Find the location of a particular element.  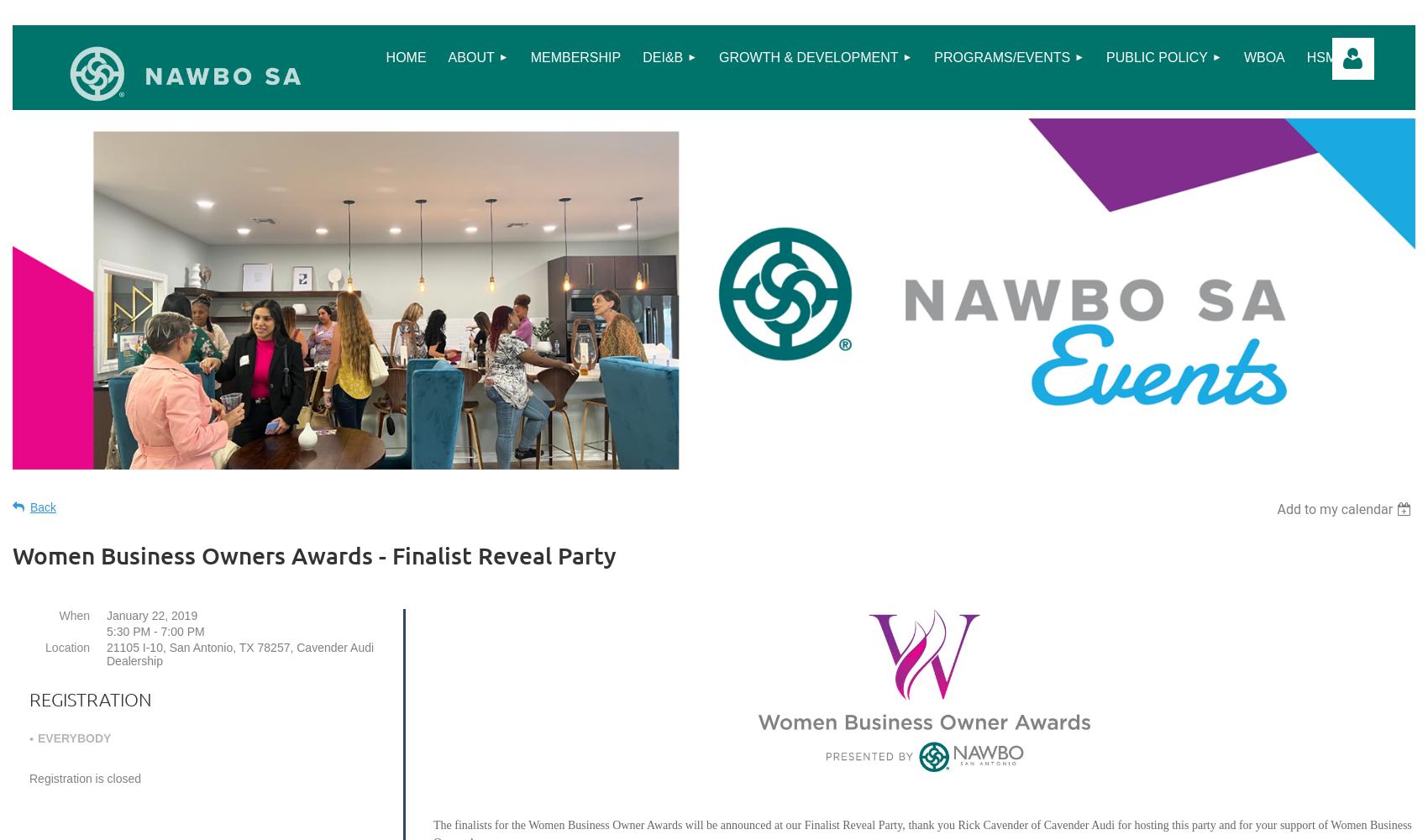

'When' is located at coordinates (74, 614).